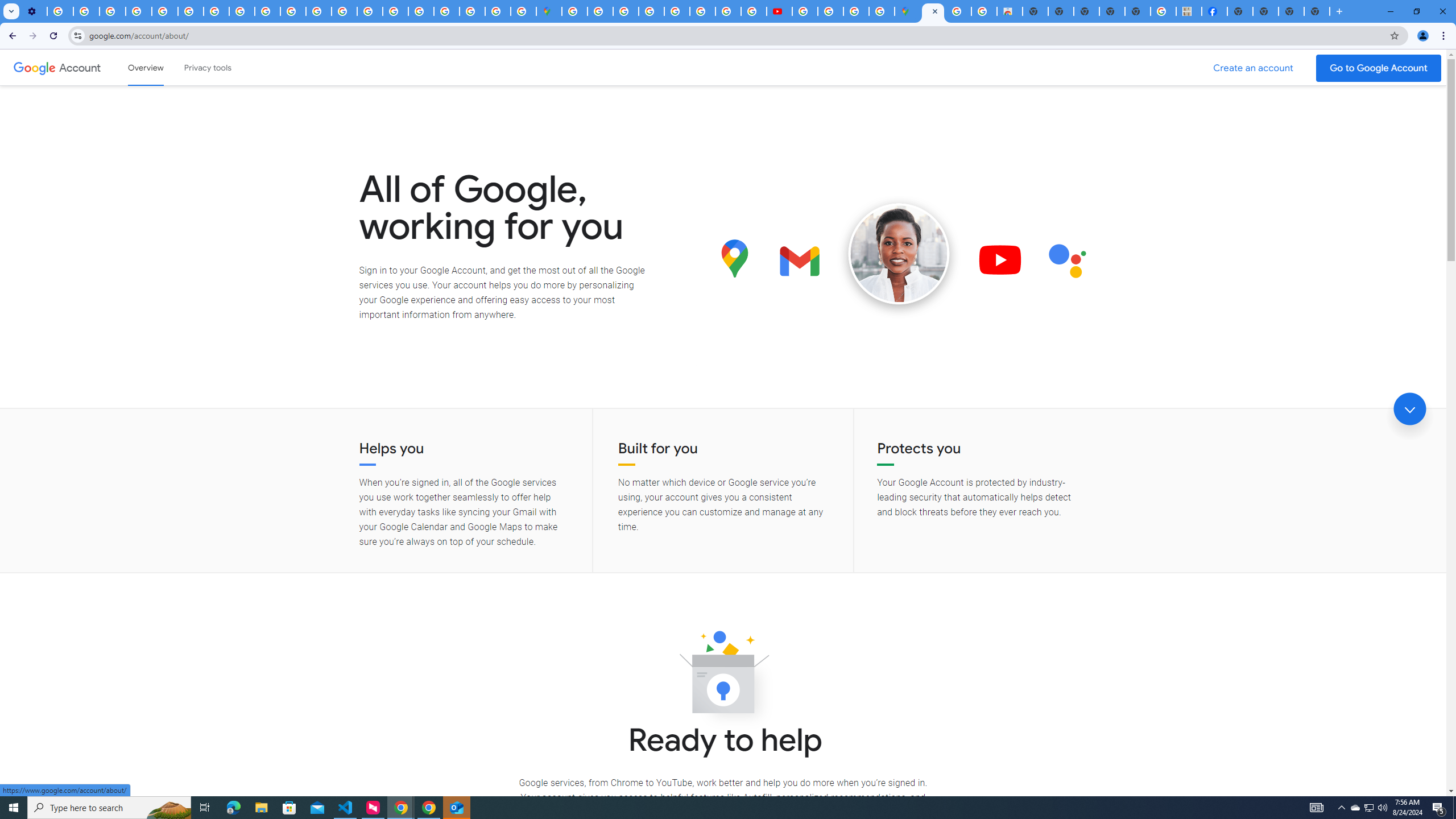  Describe the element at coordinates (779, 11) in the screenshot. I see `'Subscriptions - YouTube'` at that location.